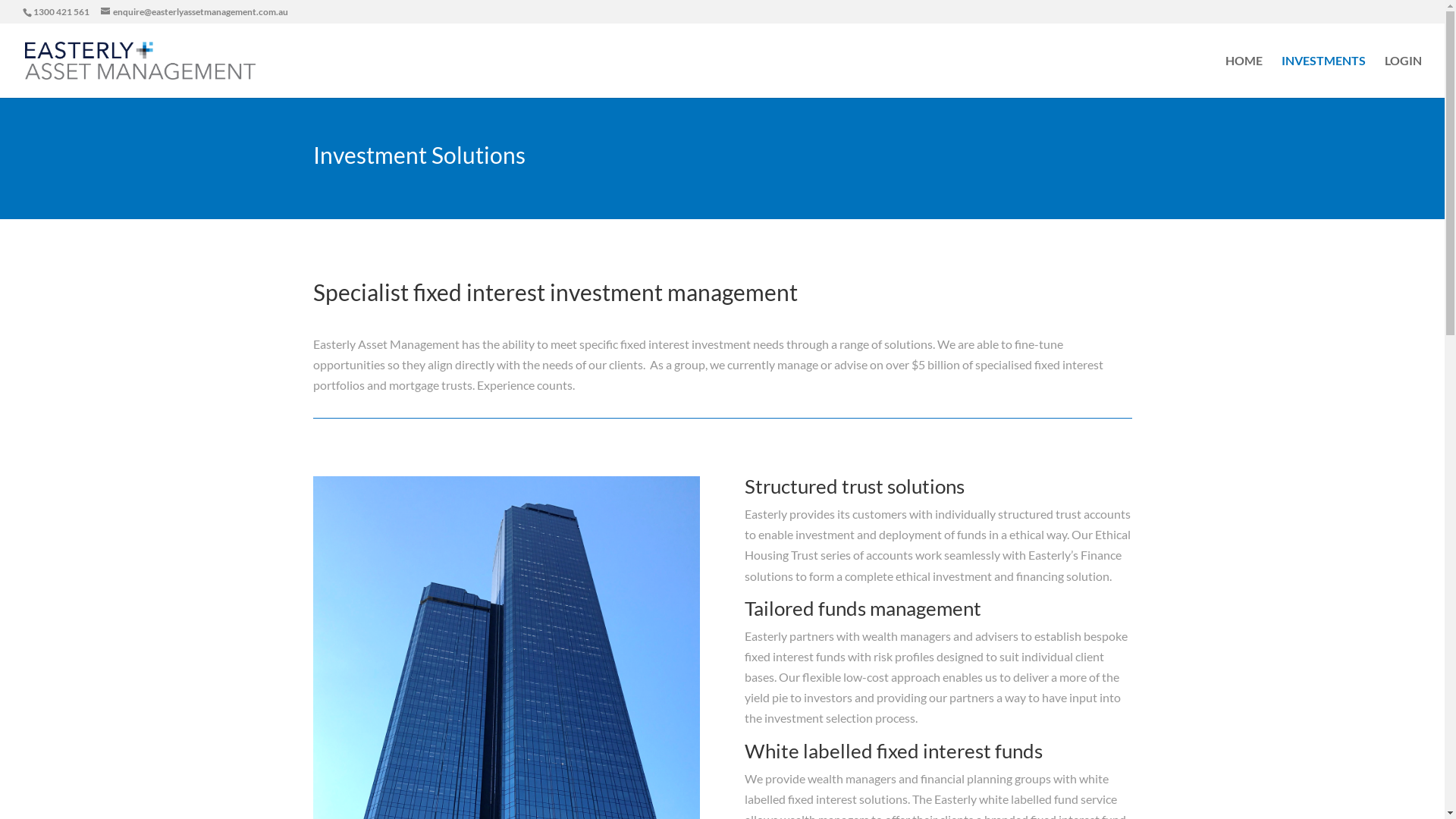  What do you see at coordinates (1323, 76) in the screenshot?
I see `'INVESTMENTS'` at bounding box center [1323, 76].